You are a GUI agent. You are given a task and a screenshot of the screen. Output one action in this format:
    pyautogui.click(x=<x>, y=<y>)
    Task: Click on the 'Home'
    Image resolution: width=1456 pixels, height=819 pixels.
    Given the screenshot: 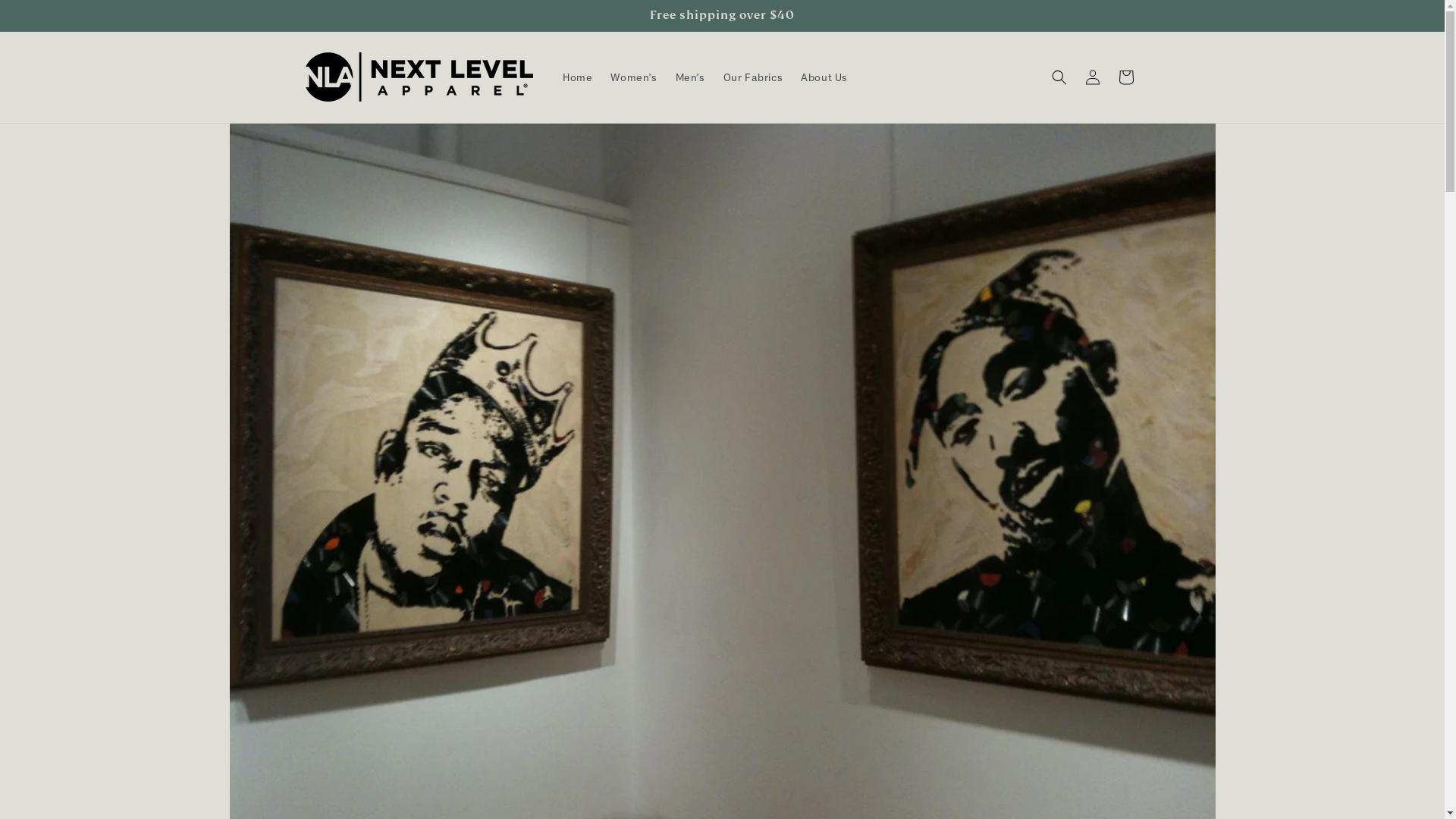 What is the action you would take?
    pyautogui.click(x=576, y=77)
    